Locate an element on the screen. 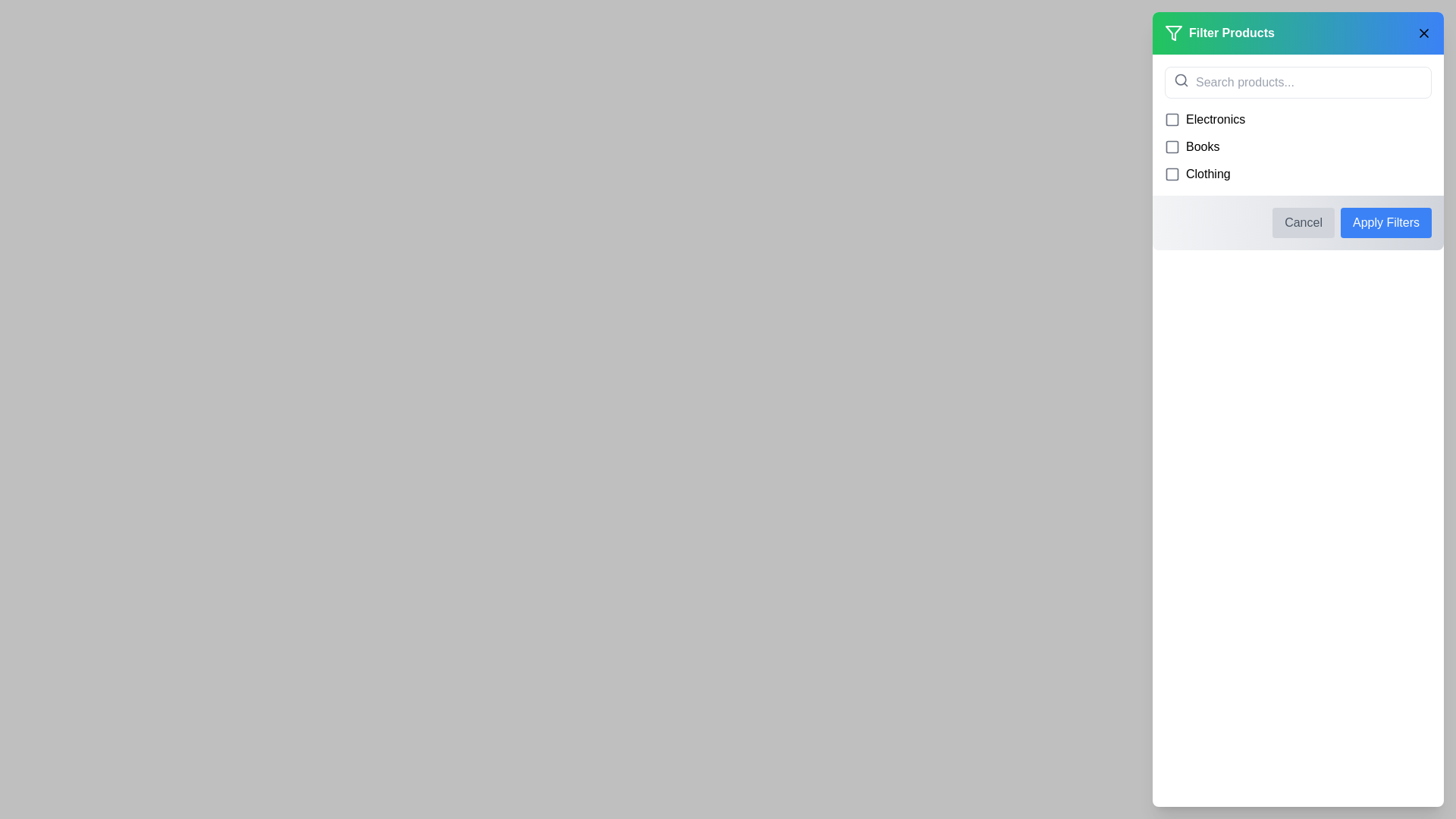 This screenshot has width=1456, height=819. the 'Electronics' filter checkbox is located at coordinates (1171, 119).